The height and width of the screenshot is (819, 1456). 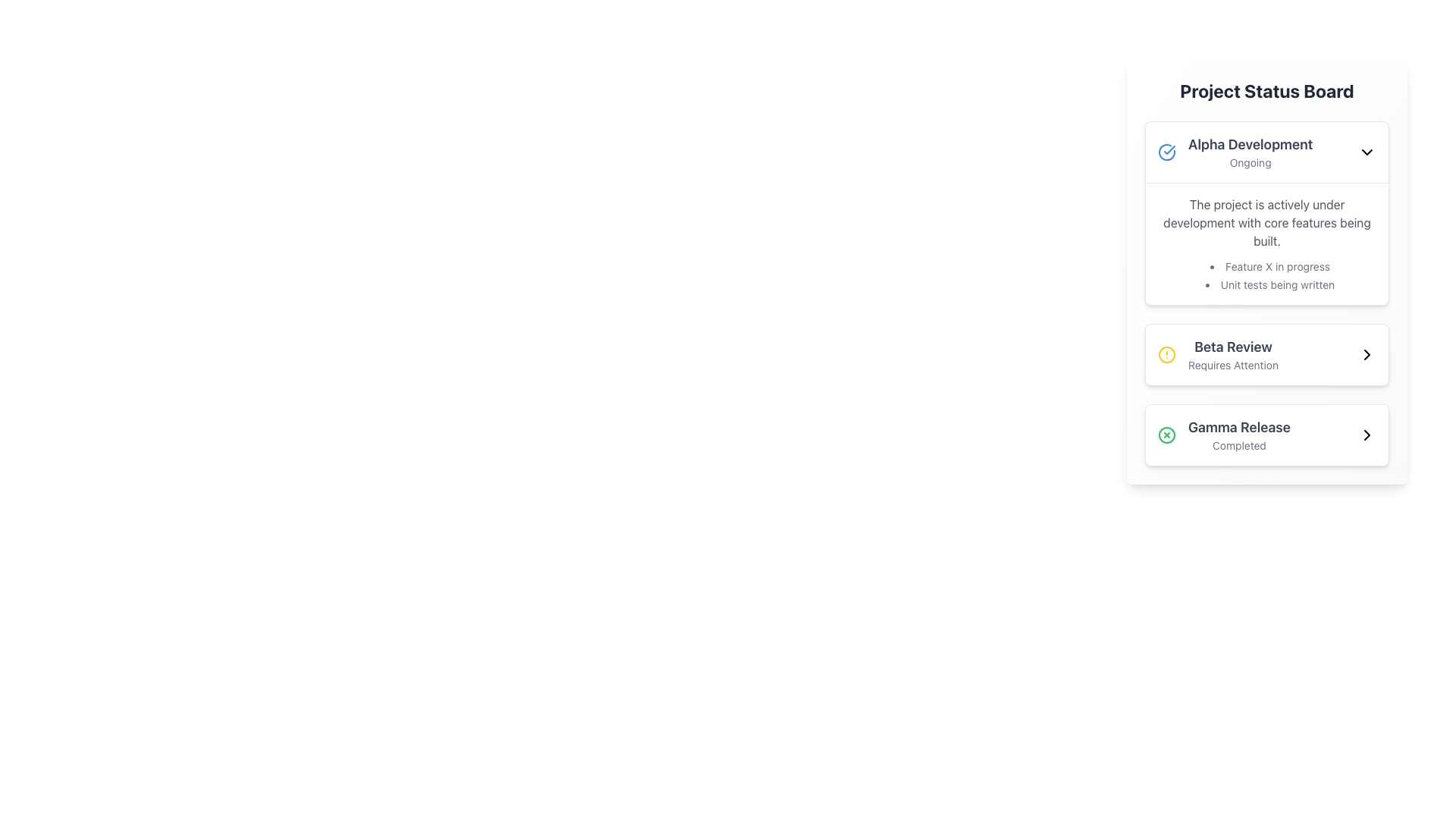 I want to click on status information from the 'Gamma Release' status card component, which is the third item in the vertical sequence on the 'Project Status Board', so click(x=1266, y=435).